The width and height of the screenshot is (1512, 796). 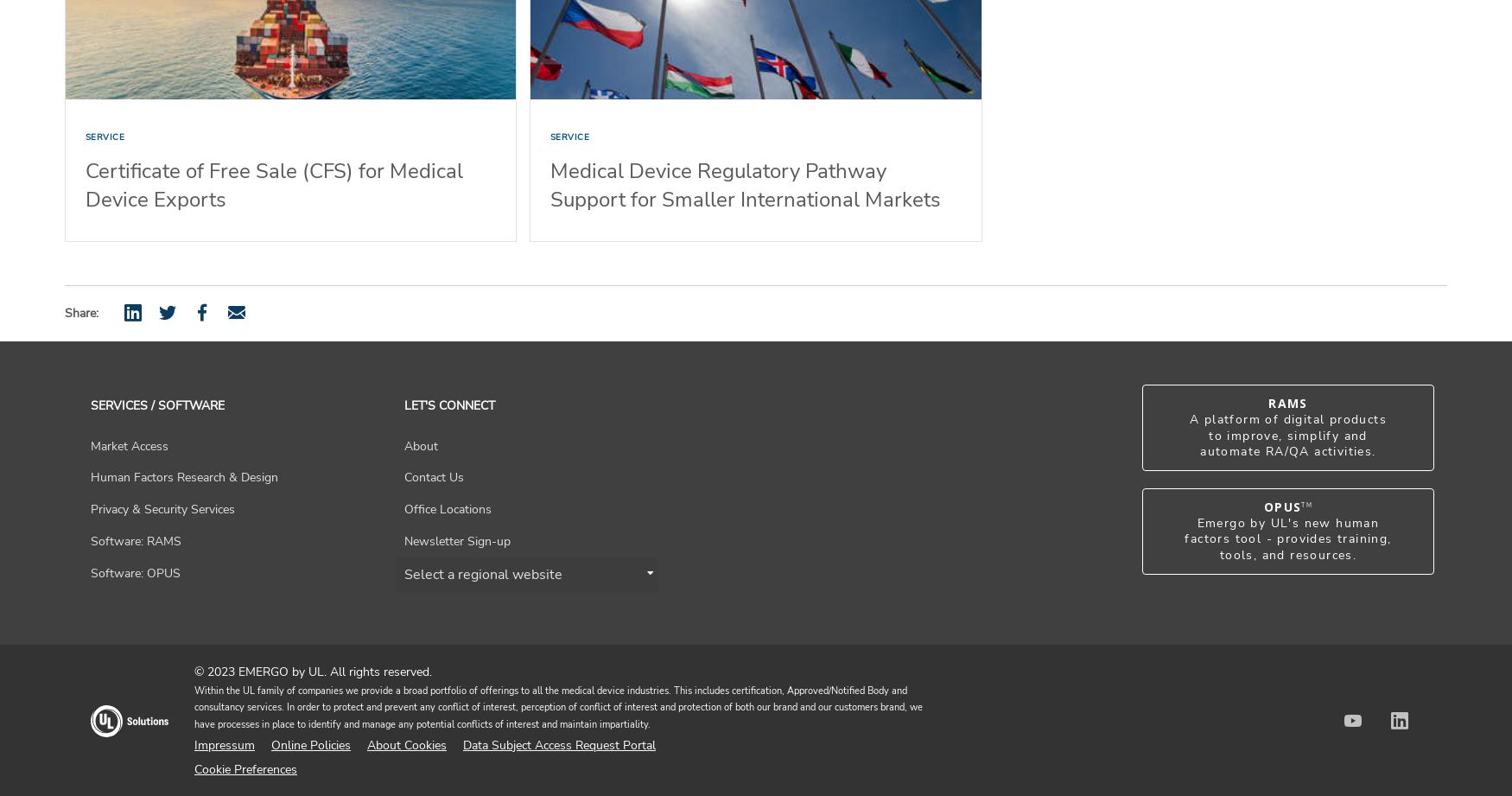 What do you see at coordinates (745, 184) in the screenshot?
I see `'Medical Device Regulatory Pathway Support for Smaller International Markets'` at bounding box center [745, 184].